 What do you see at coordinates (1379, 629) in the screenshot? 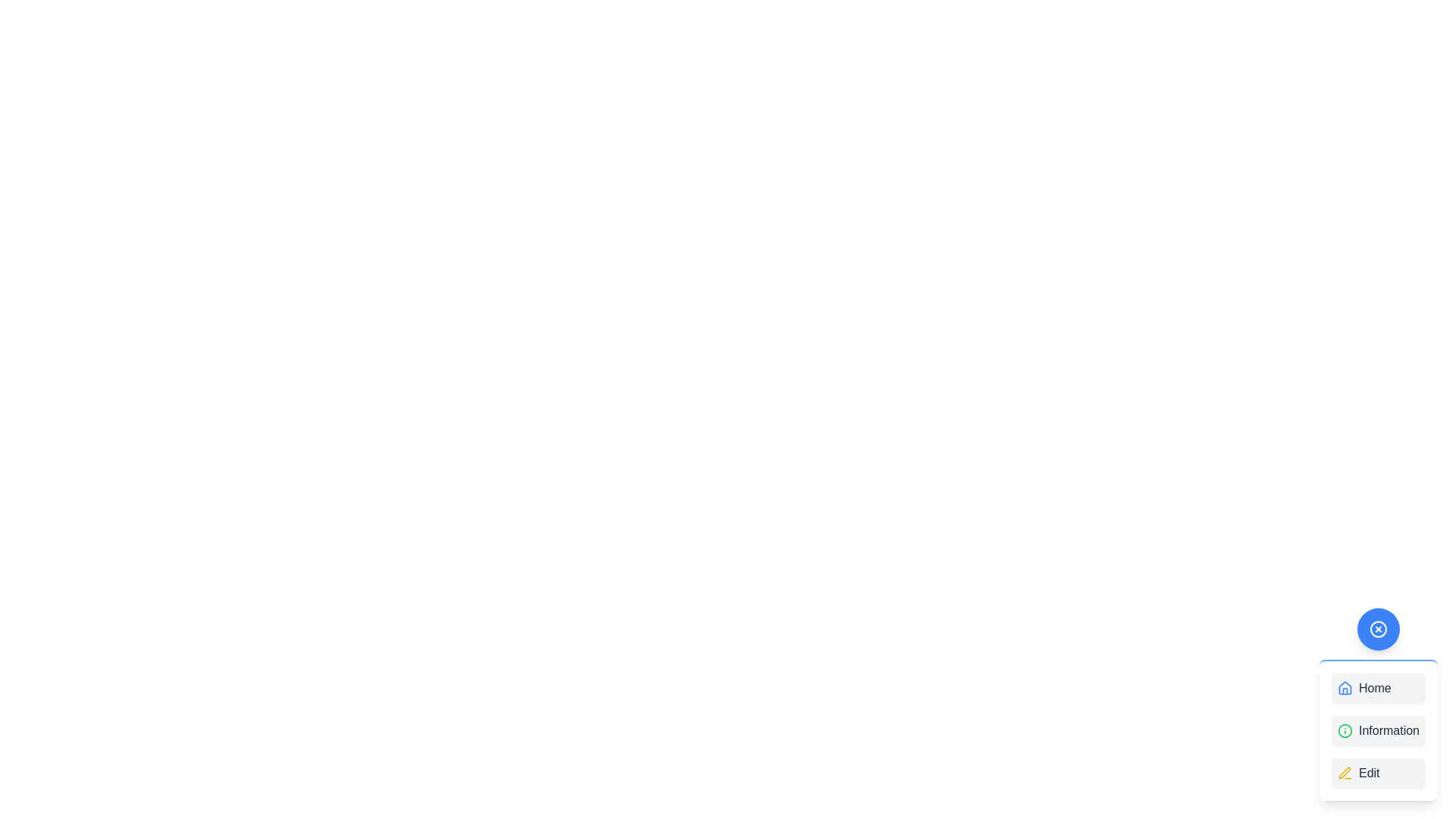
I see `the dismiss button located in the lower-right corner of the interface` at bounding box center [1379, 629].